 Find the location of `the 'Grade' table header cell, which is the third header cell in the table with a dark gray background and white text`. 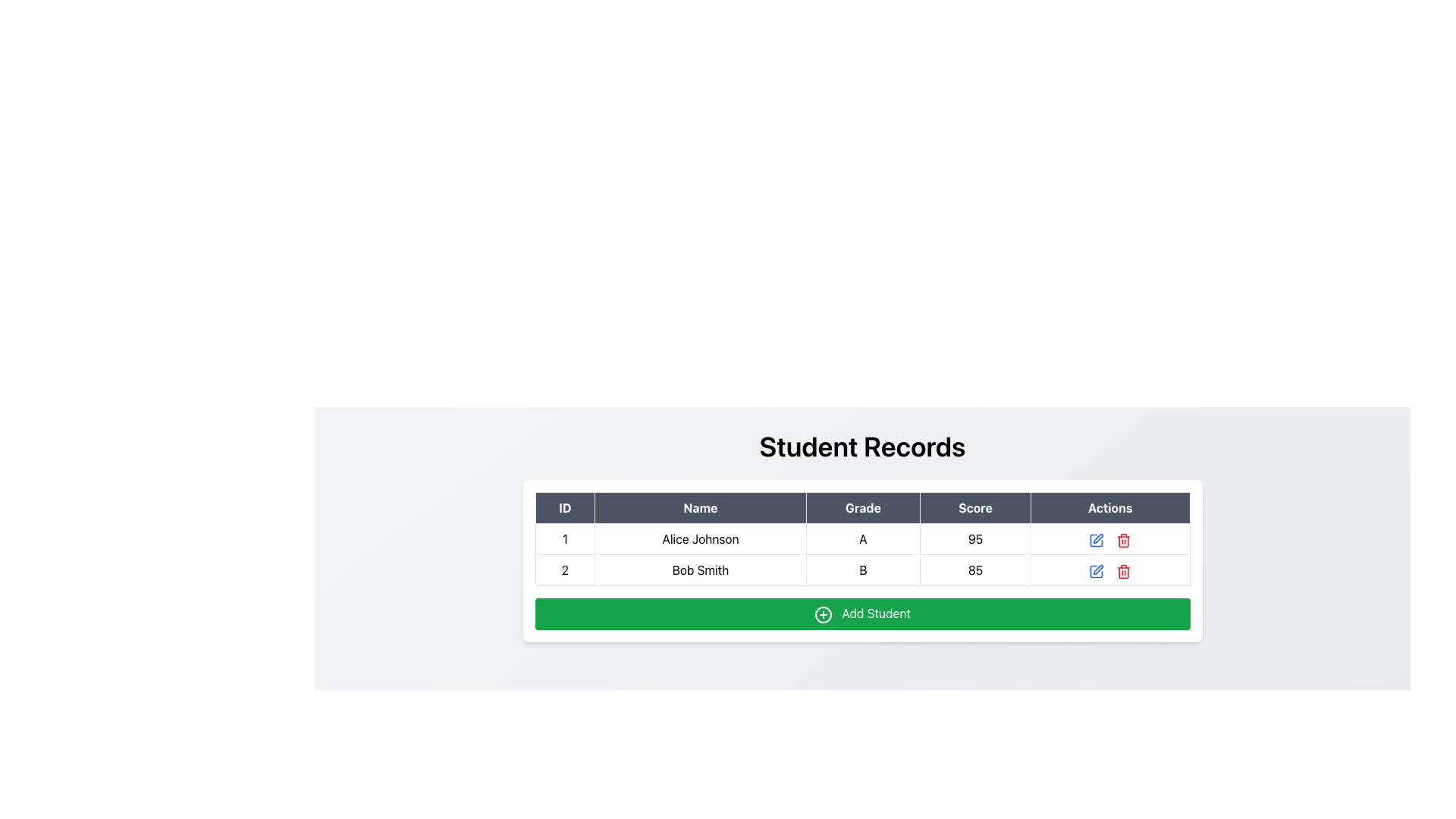

the 'Grade' table header cell, which is the third header cell in the table with a dark gray background and white text is located at coordinates (863, 508).